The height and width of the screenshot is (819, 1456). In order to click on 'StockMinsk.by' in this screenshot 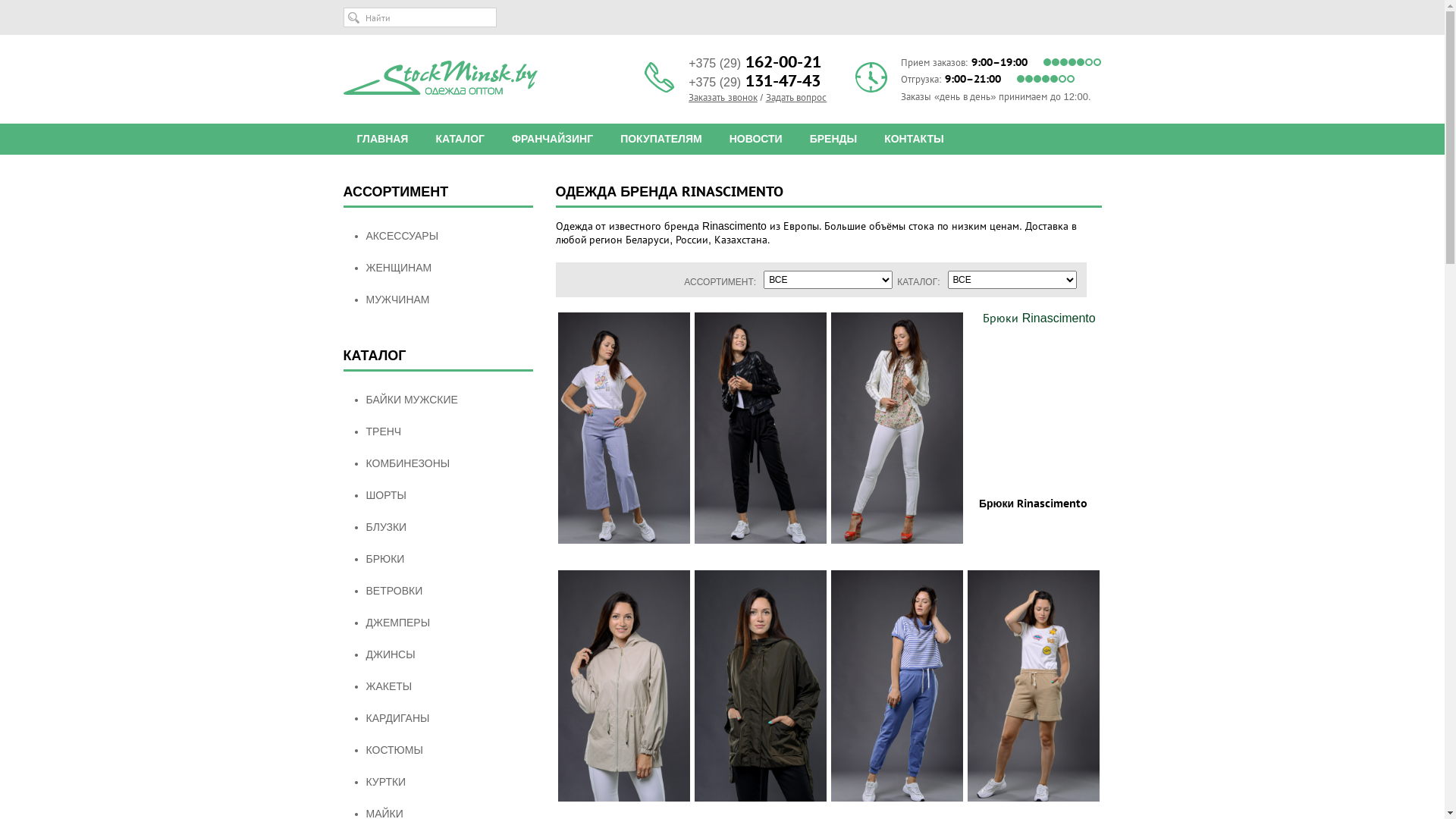, I will do `click(341, 78)`.